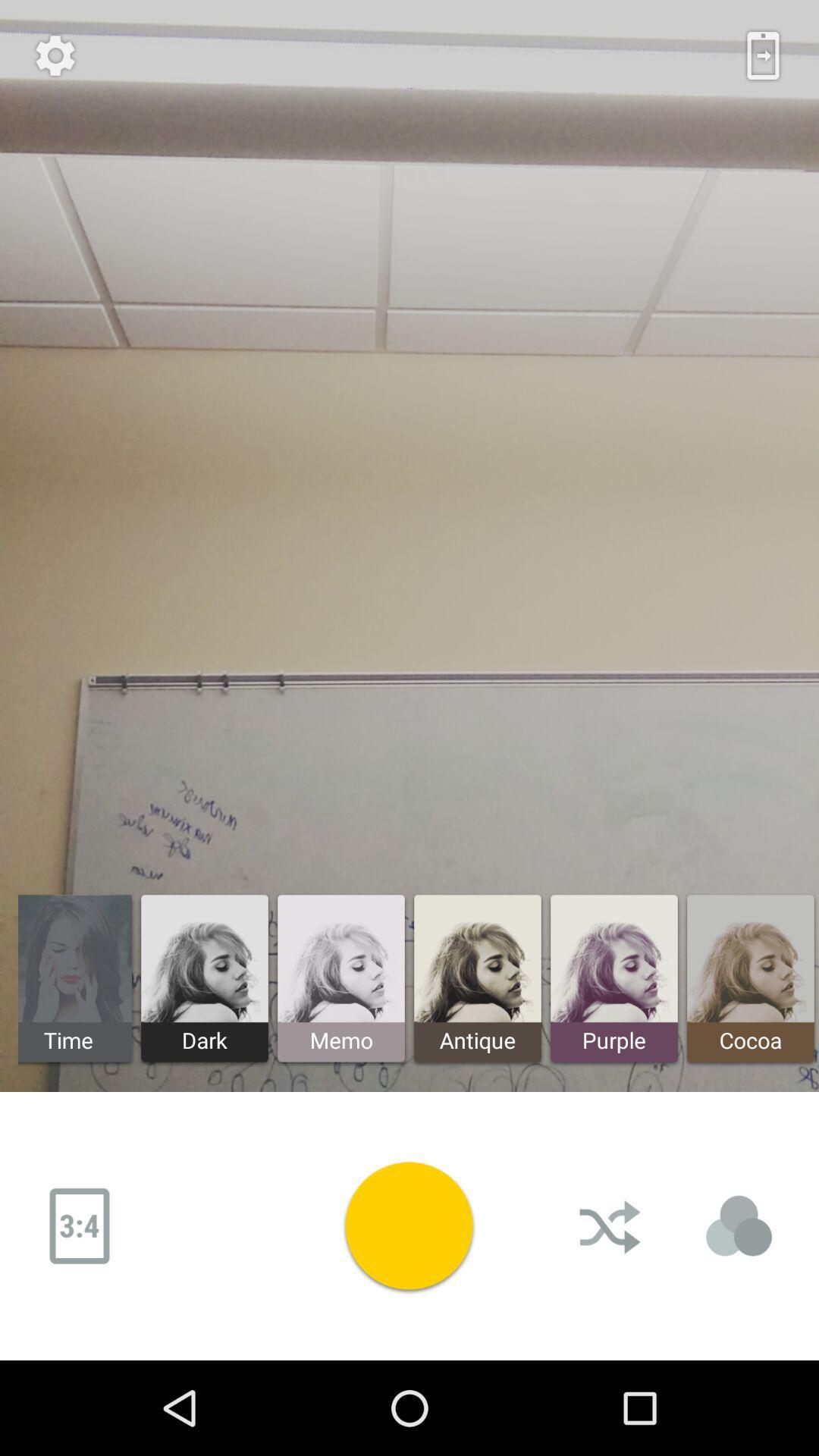  I want to click on the dark left to memo, so click(205, 978).